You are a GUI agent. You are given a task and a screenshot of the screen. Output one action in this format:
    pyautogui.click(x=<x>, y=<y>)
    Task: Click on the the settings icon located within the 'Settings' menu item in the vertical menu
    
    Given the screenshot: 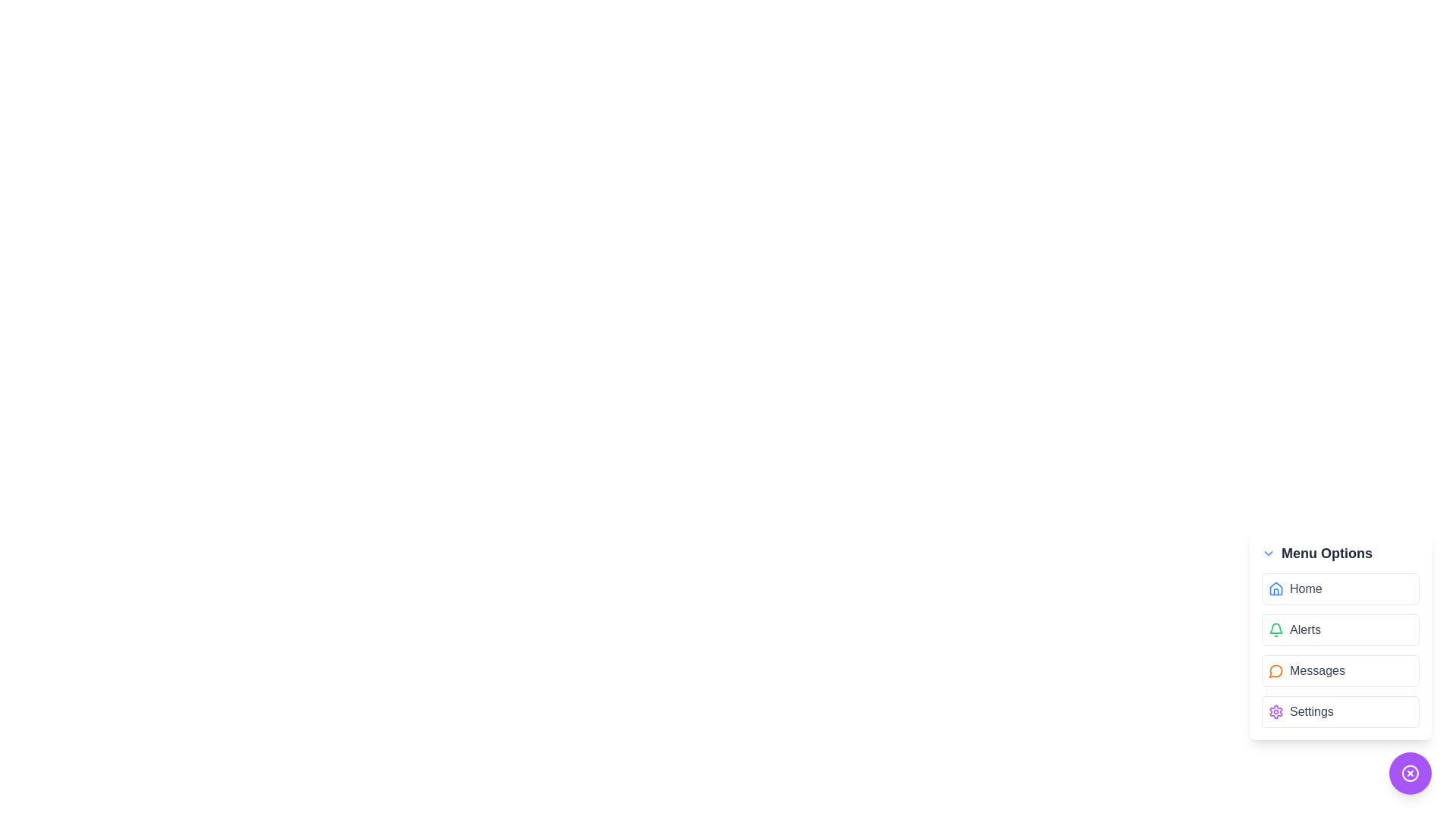 What is the action you would take?
    pyautogui.click(x=1276, y=711)
    